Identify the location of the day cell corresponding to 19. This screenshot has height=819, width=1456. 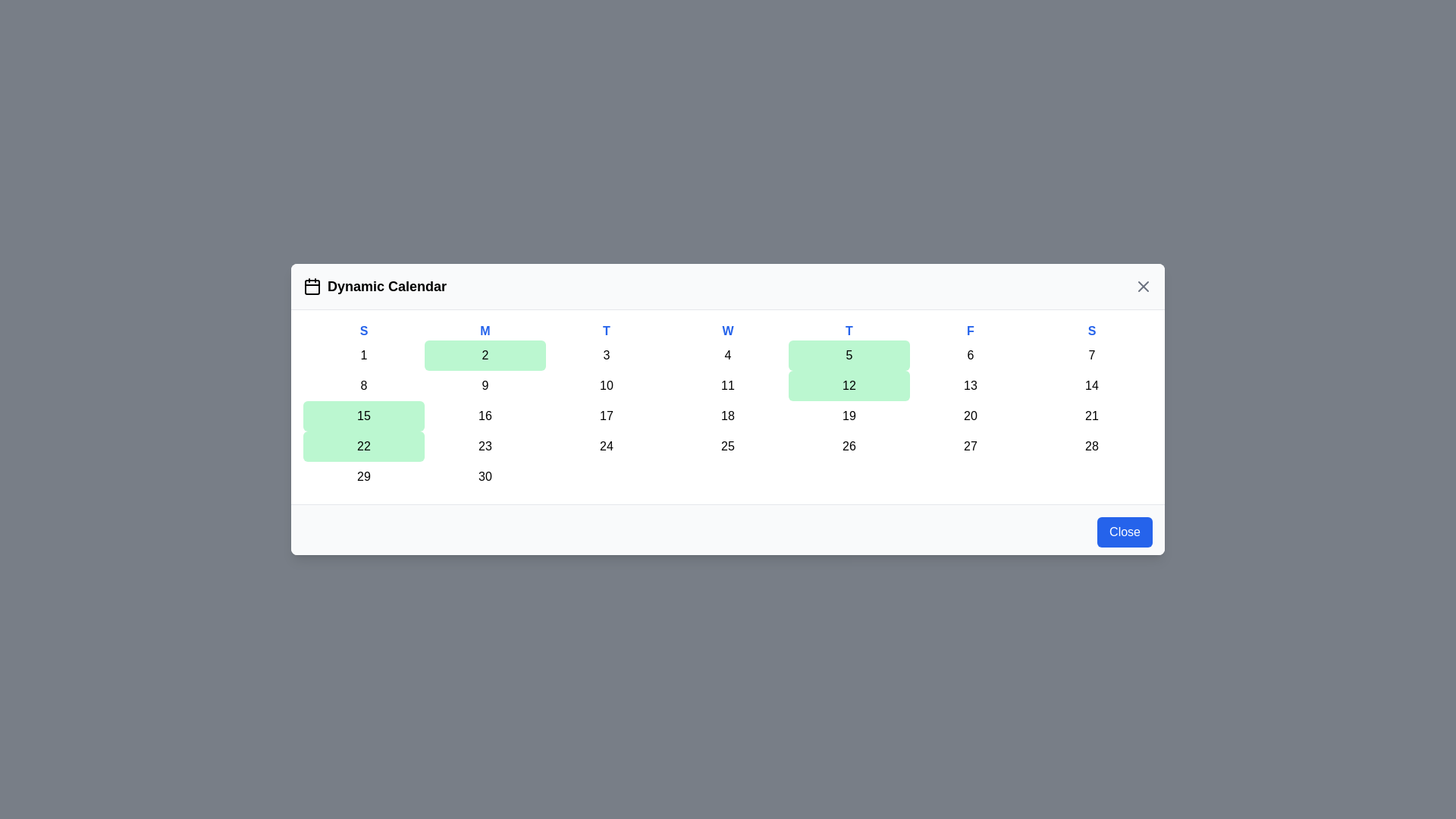
(848, 416).